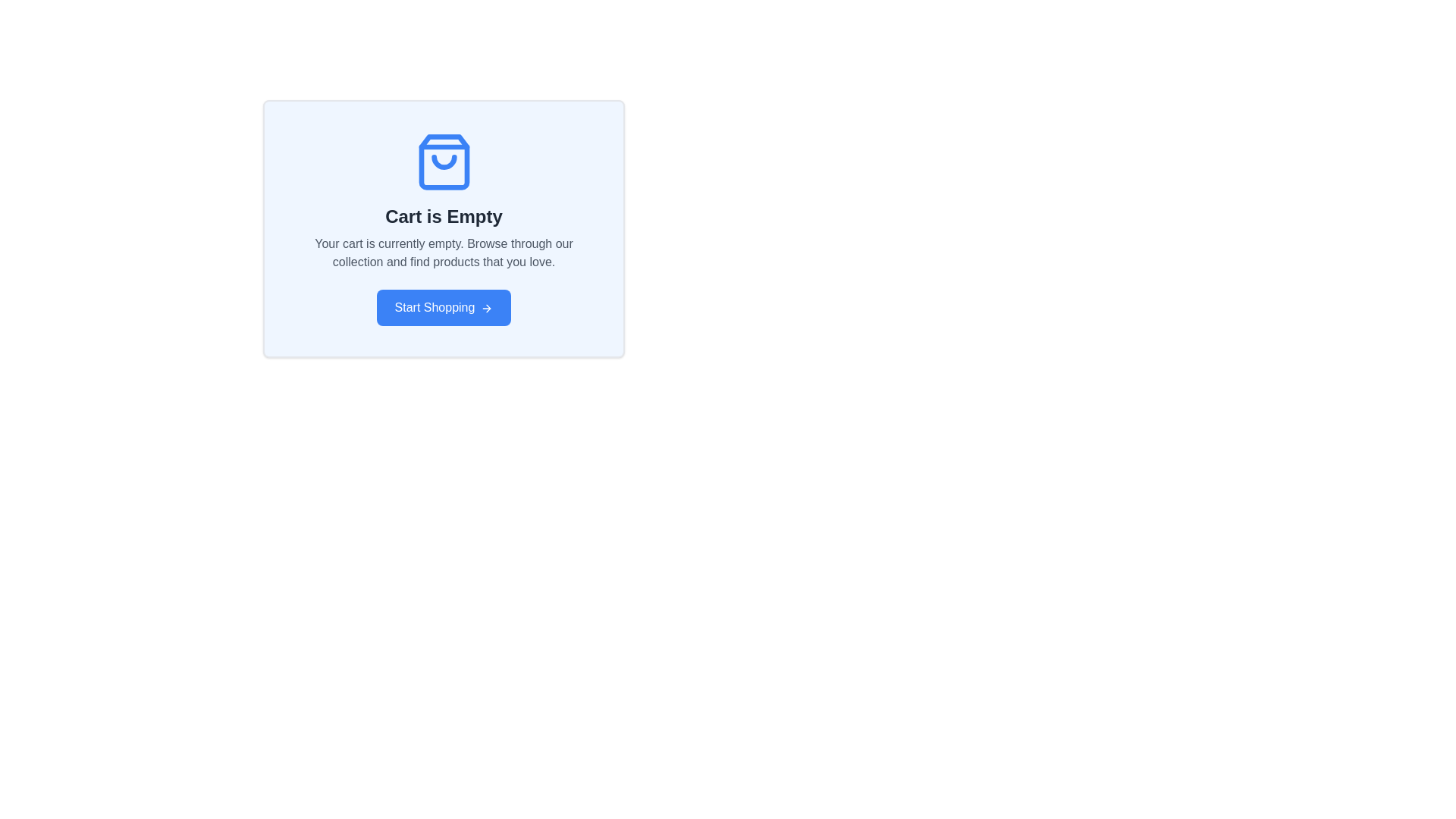 The width and height of the screenshot is (1456, 819). What do you see at coordinates (443, 216) in the screenshot?
I see `the 'Cart is Empty' text element, which is styled in a large, bold font and is positioned centrally in the interface` at bounding box center [443, 216].